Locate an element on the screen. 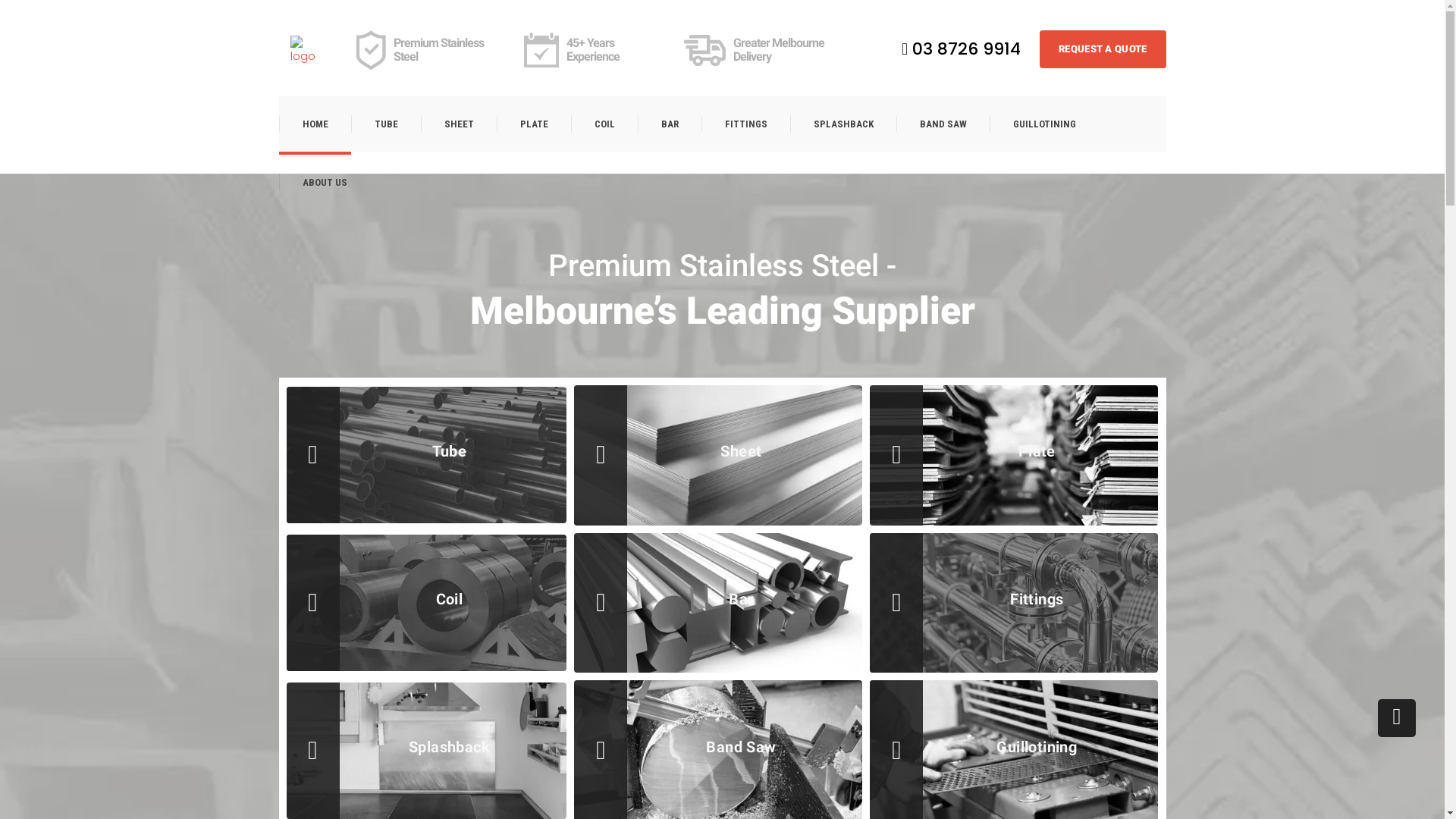 The width and height of the screenshot is (1456, 819). 'Splashback' is located at coordinates (449, 745).